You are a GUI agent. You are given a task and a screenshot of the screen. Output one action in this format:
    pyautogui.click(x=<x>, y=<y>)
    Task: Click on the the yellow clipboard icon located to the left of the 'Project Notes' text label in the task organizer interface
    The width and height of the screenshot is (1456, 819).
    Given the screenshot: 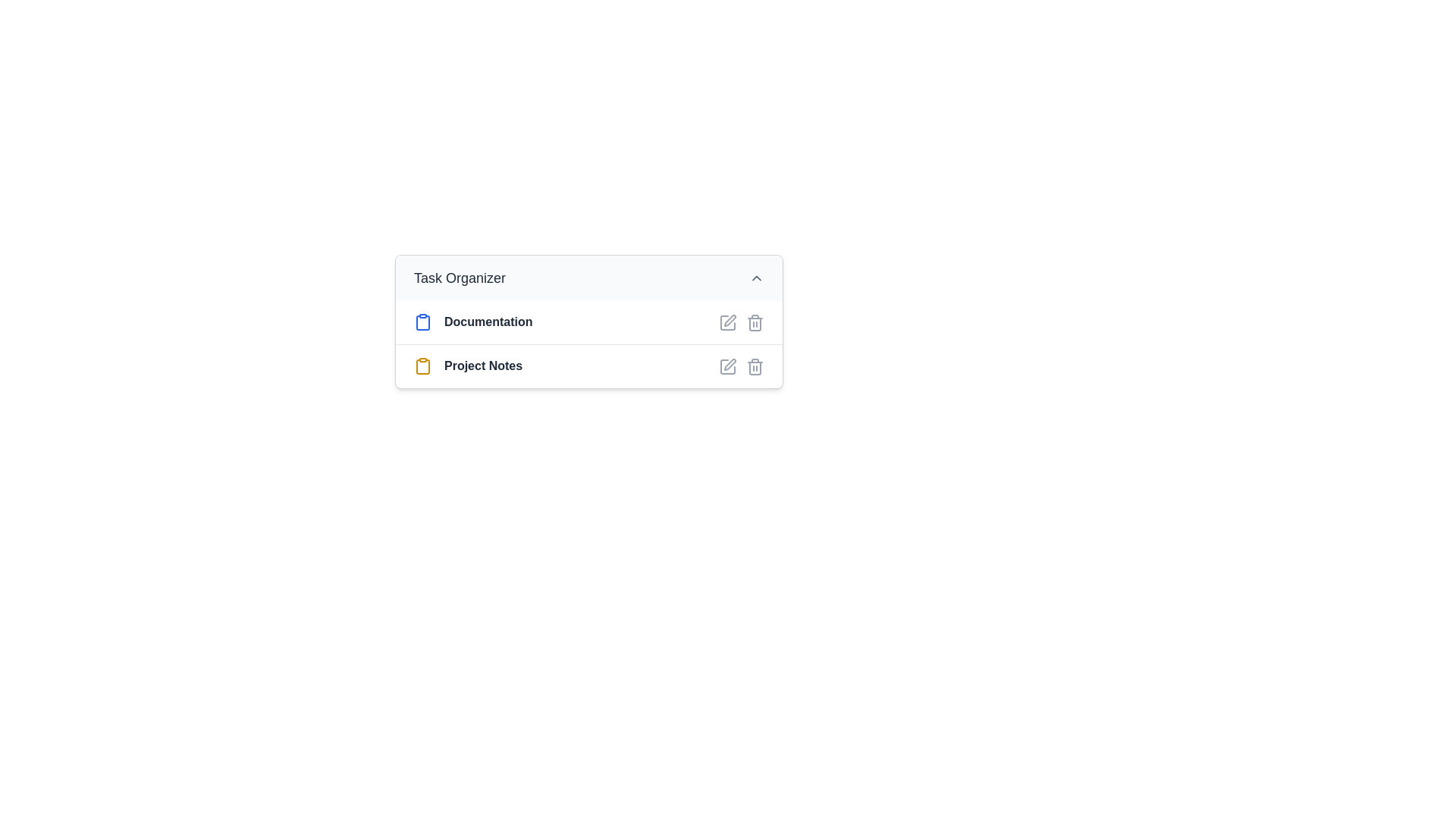 What is the action you would take?
    pyautogui.click(x=422, y=366)
    